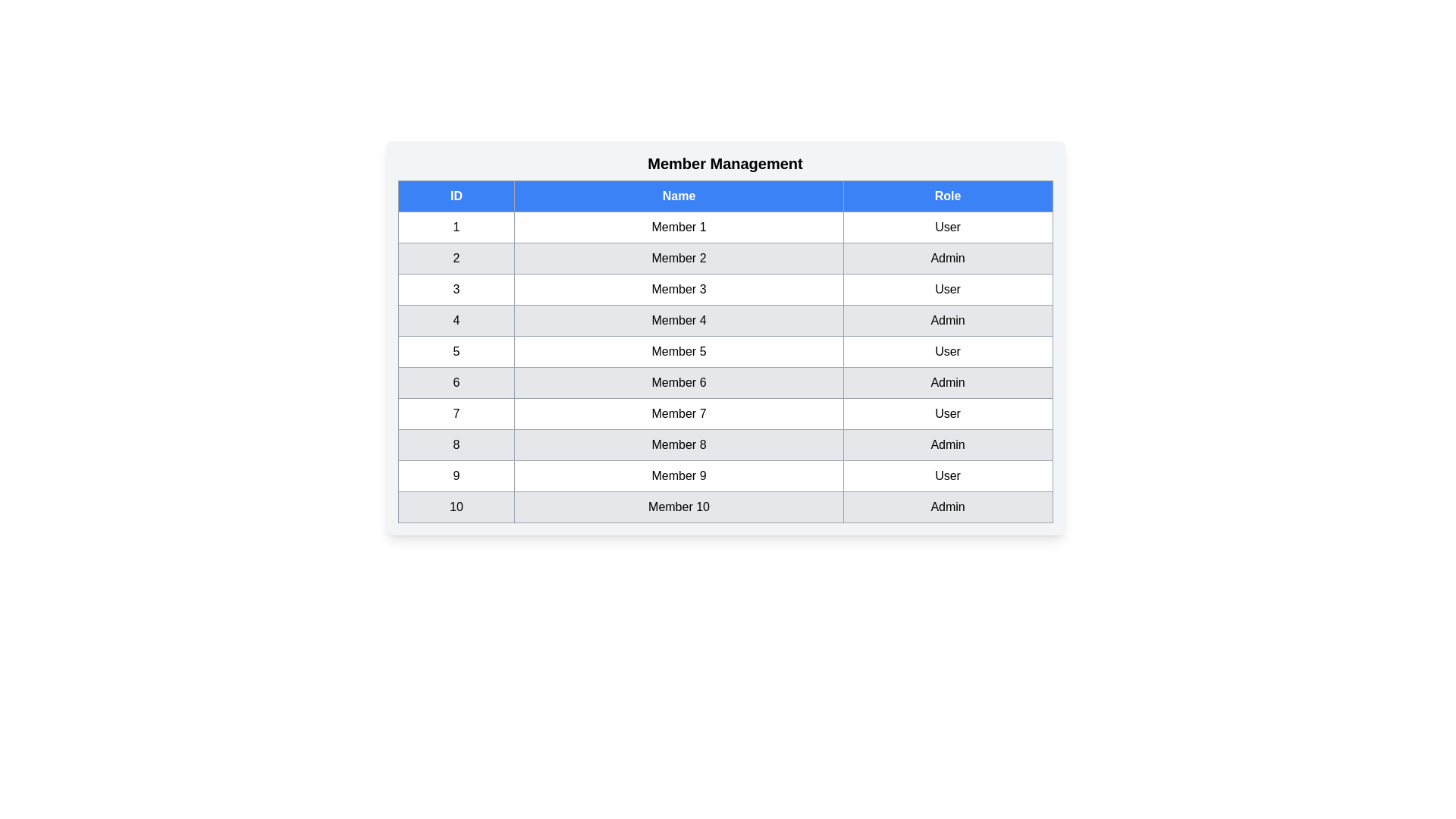 This screenshot has width=1456, height=819. Describe the element at coordinates (947, 195) in the screenshot. I see `the Role column header to sort the table by that column` at that location.